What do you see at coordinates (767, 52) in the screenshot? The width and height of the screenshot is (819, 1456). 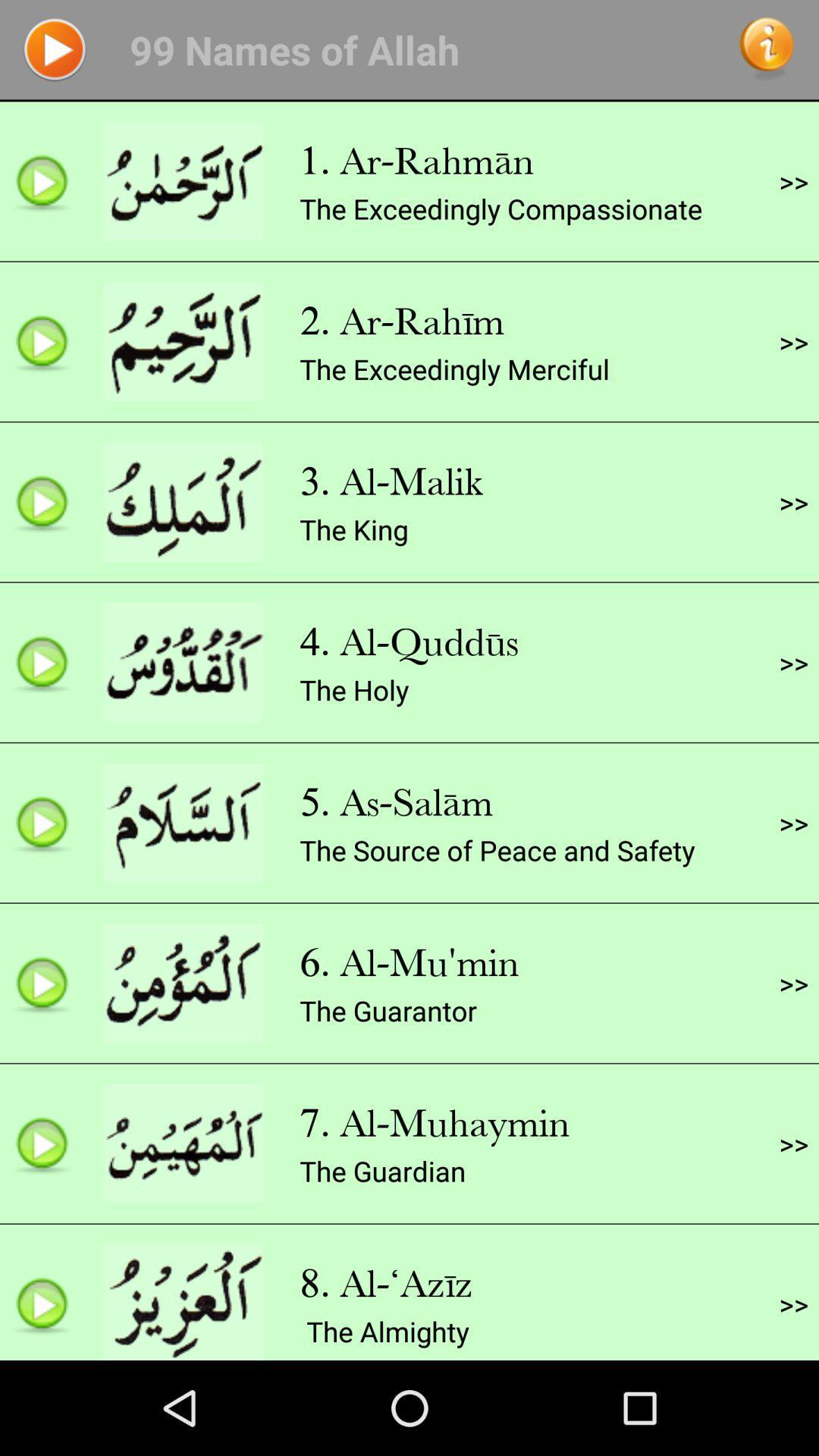 I see `the info icon` at bounding box center [767, 52].